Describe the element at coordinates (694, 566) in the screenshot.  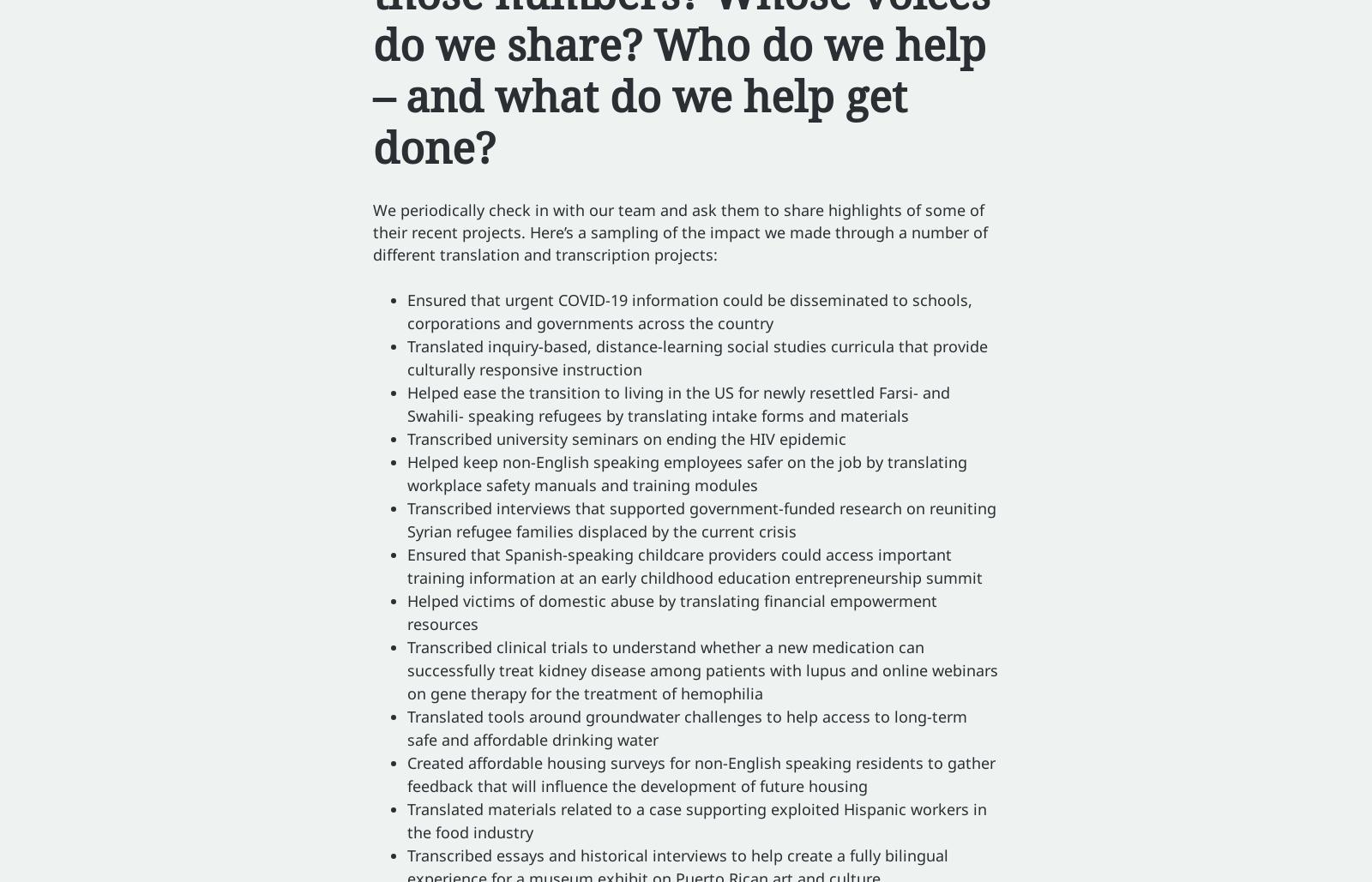
I see `'Ensured that Spanish-speaking childcare providers could access important training information at an early childhood education entrepreneurship summit'` at that location.